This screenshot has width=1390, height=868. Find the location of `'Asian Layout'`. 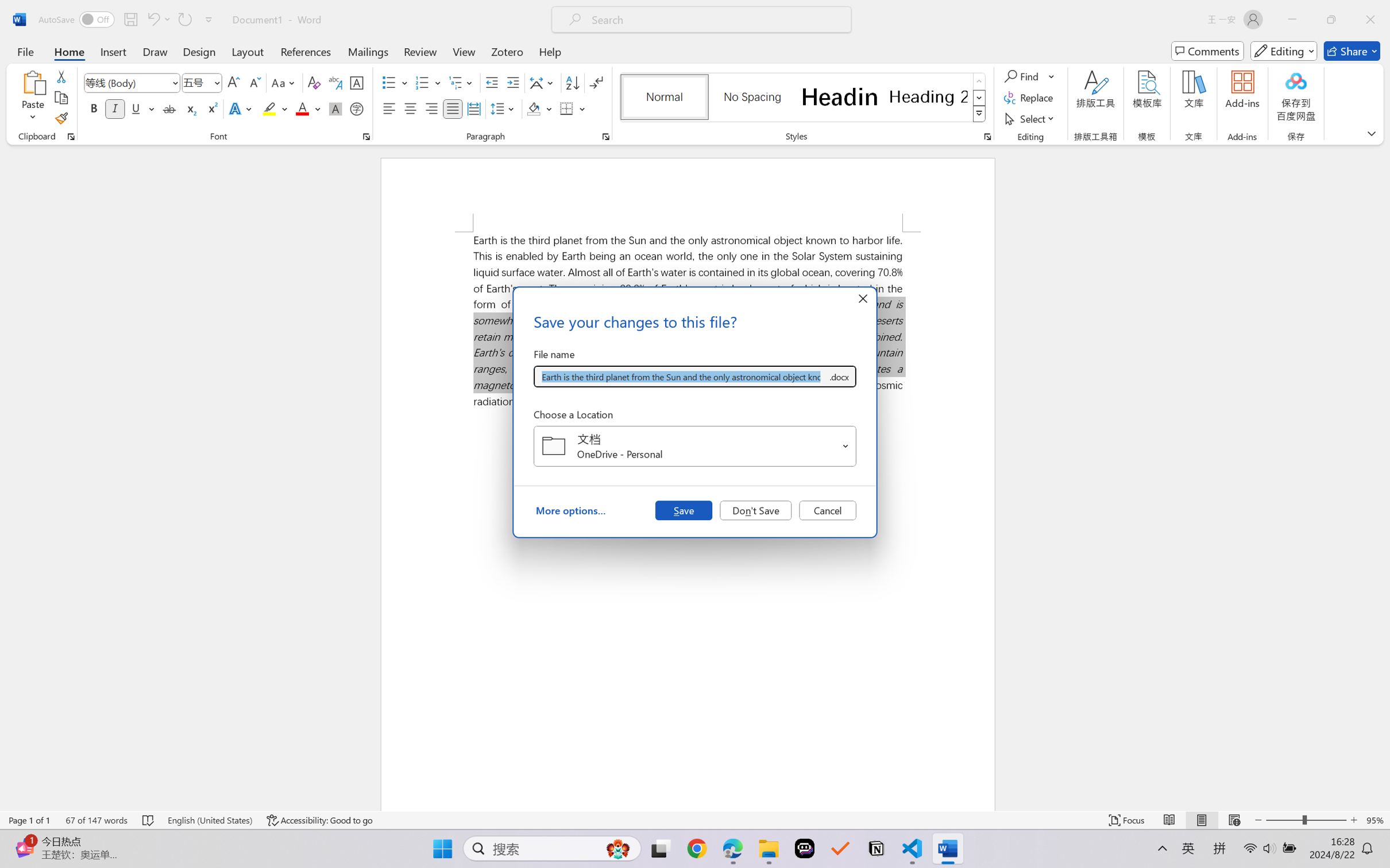

'Asian Layout' is located at coordinates (542, 83).